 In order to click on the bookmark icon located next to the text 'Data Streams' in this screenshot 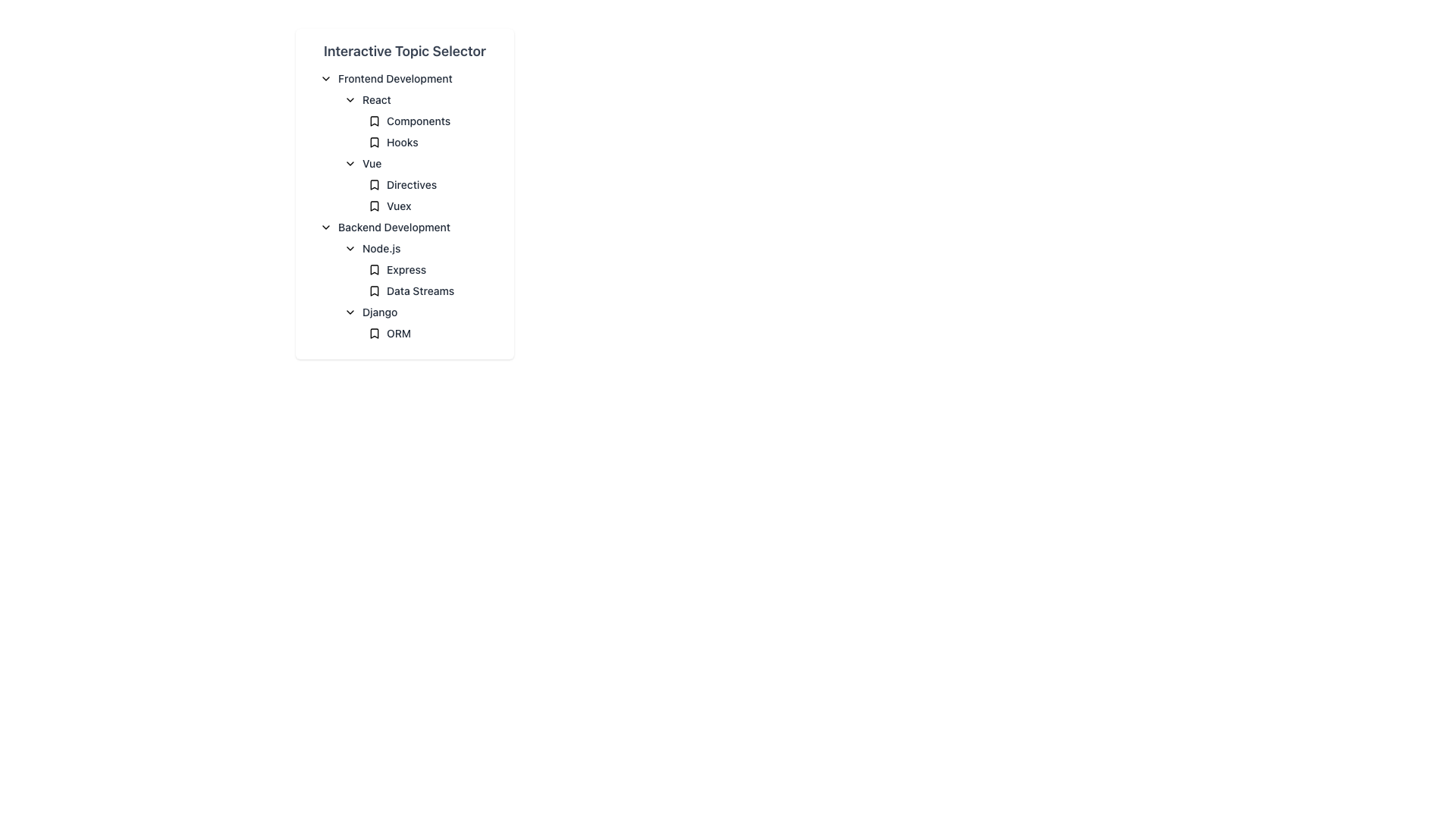, I will do `click(375, 291)`.